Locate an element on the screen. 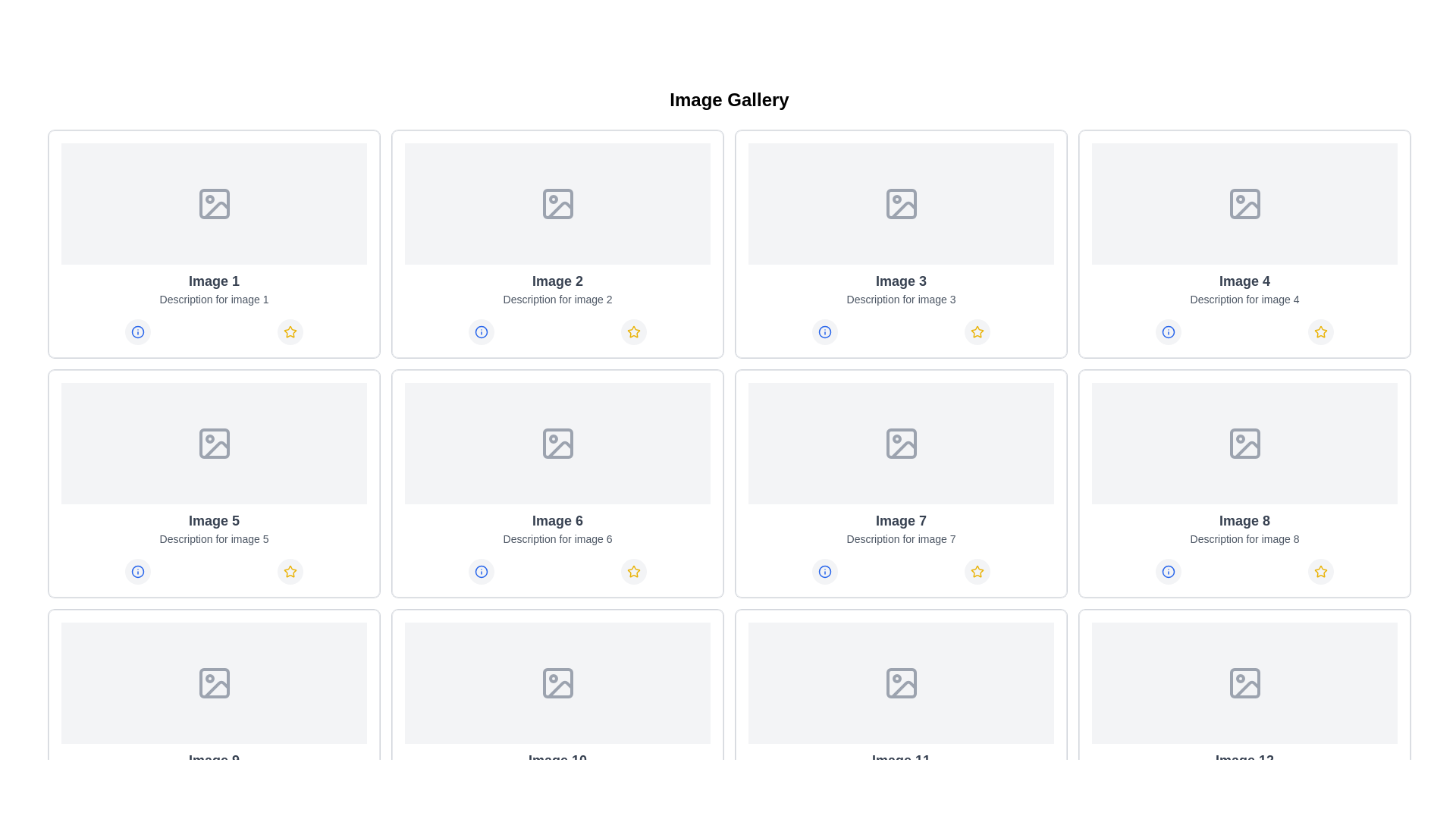 The image size is (1456, 819). the circular information button with a light gray background and blue border located in the 'Image 2' card, positioned at the bottom-left part of the card is located at coordinates (480, 331).